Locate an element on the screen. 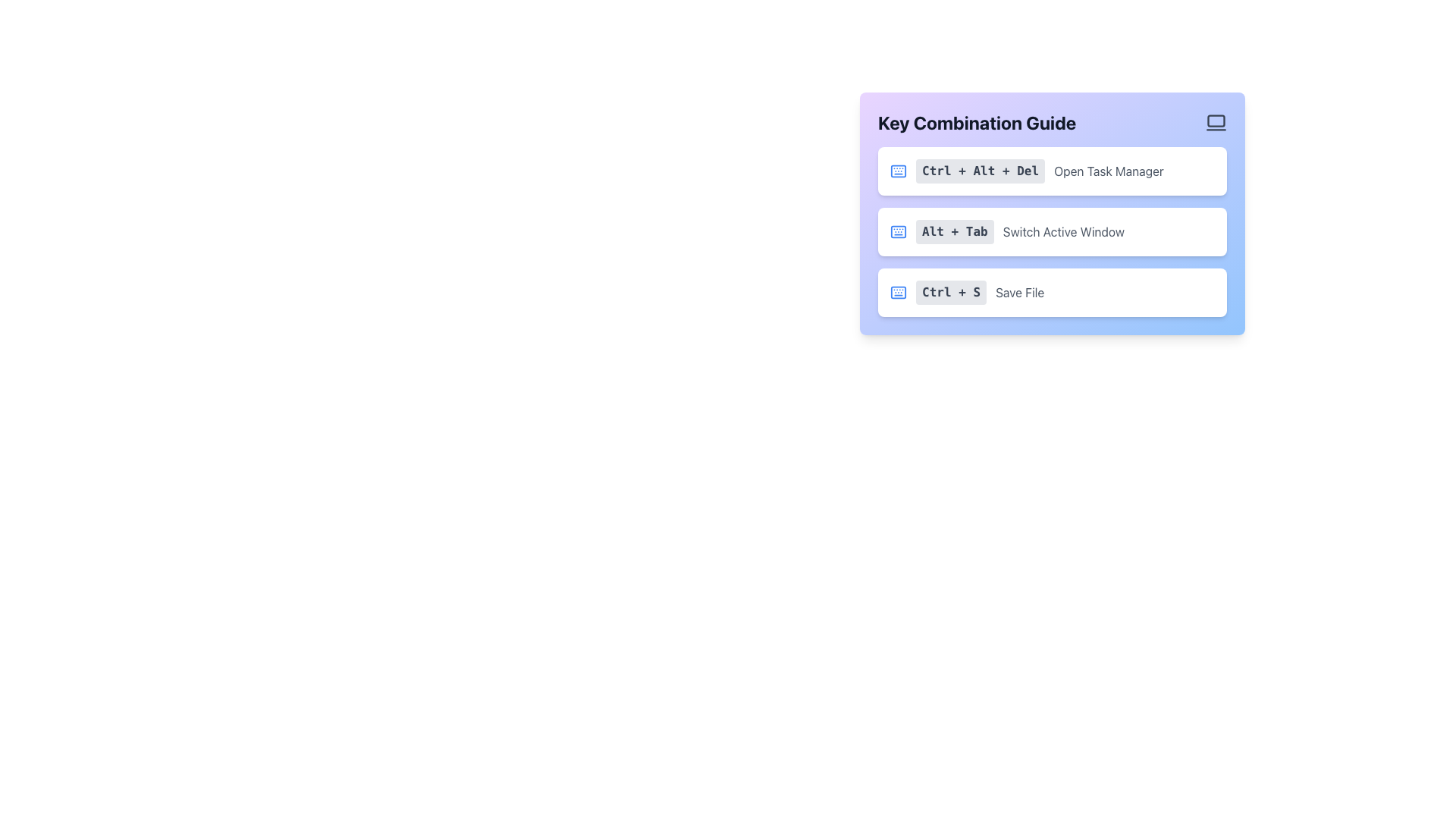 The width and height of the screenshot is (1456, 819). the blue keyboard icon located at the topmost item of the list, which represents keyboard-related functionalities is located at coordinates (899, 171).